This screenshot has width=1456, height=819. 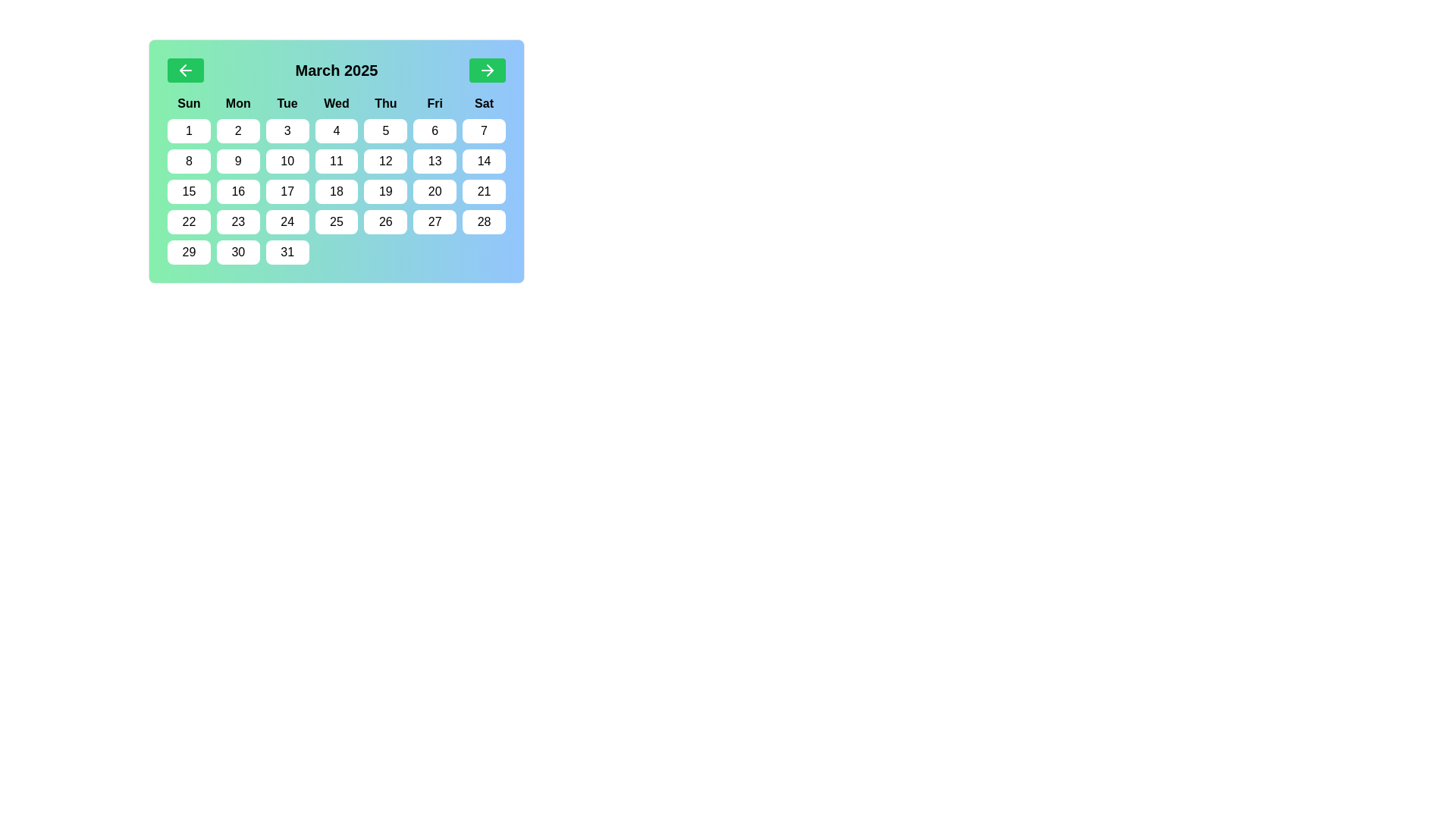 What do you see at coordinates (483, 103) in the screenshot?
I see `the static text label displaying 'Sat' in bold, which is the last header in the top row of the calendar widget` at bounding box center [483, 103].